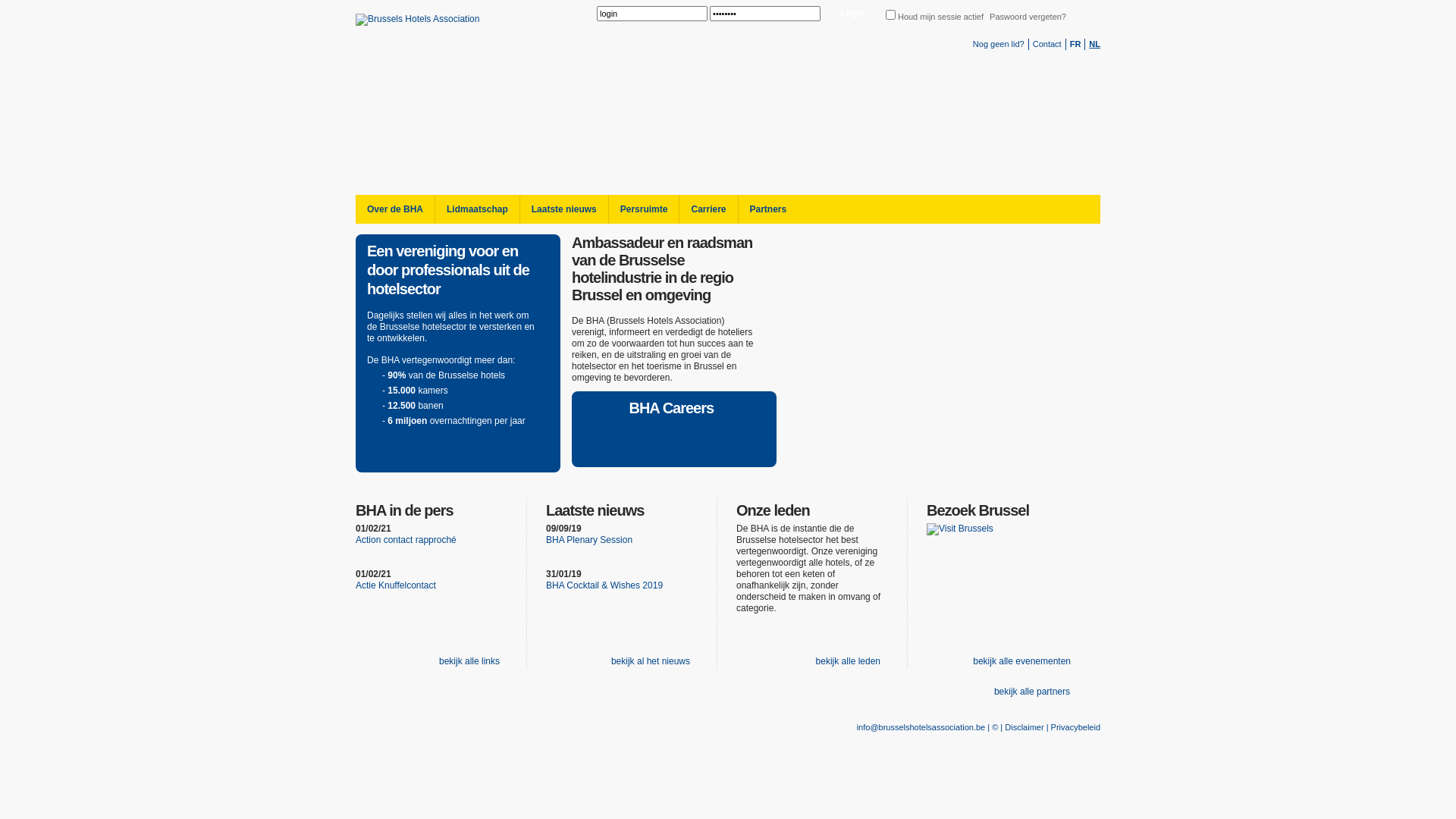  What do you see at coordinates (1030, 692) in the screenshot?
I see `'bekijk alle partners'` at bounding box center [1030, 692].